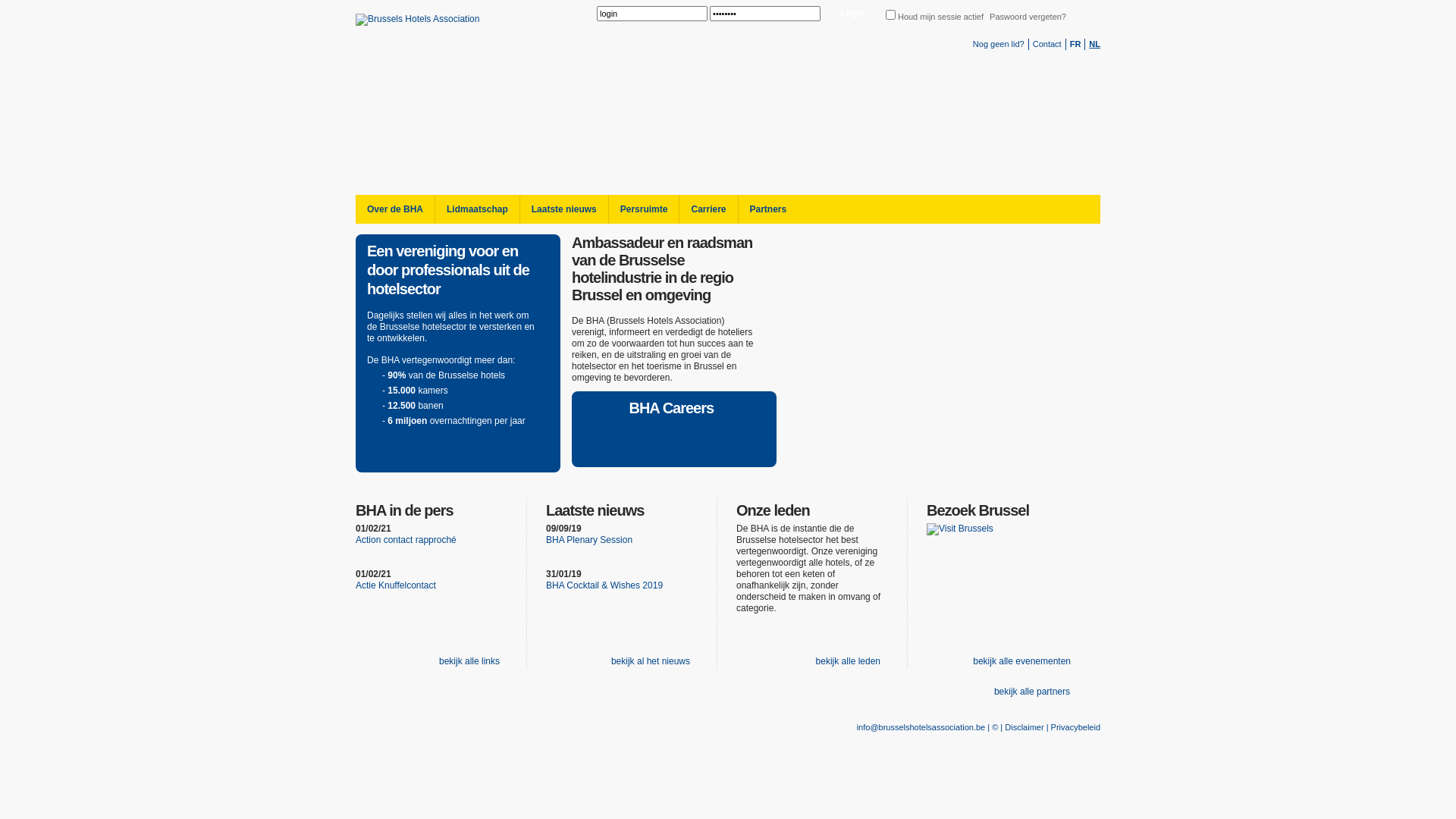  What do you see at coordinates (1030, 692) in the screenshot?
I see `'bekijk alle partners'` at bounding box center [1030, 692].